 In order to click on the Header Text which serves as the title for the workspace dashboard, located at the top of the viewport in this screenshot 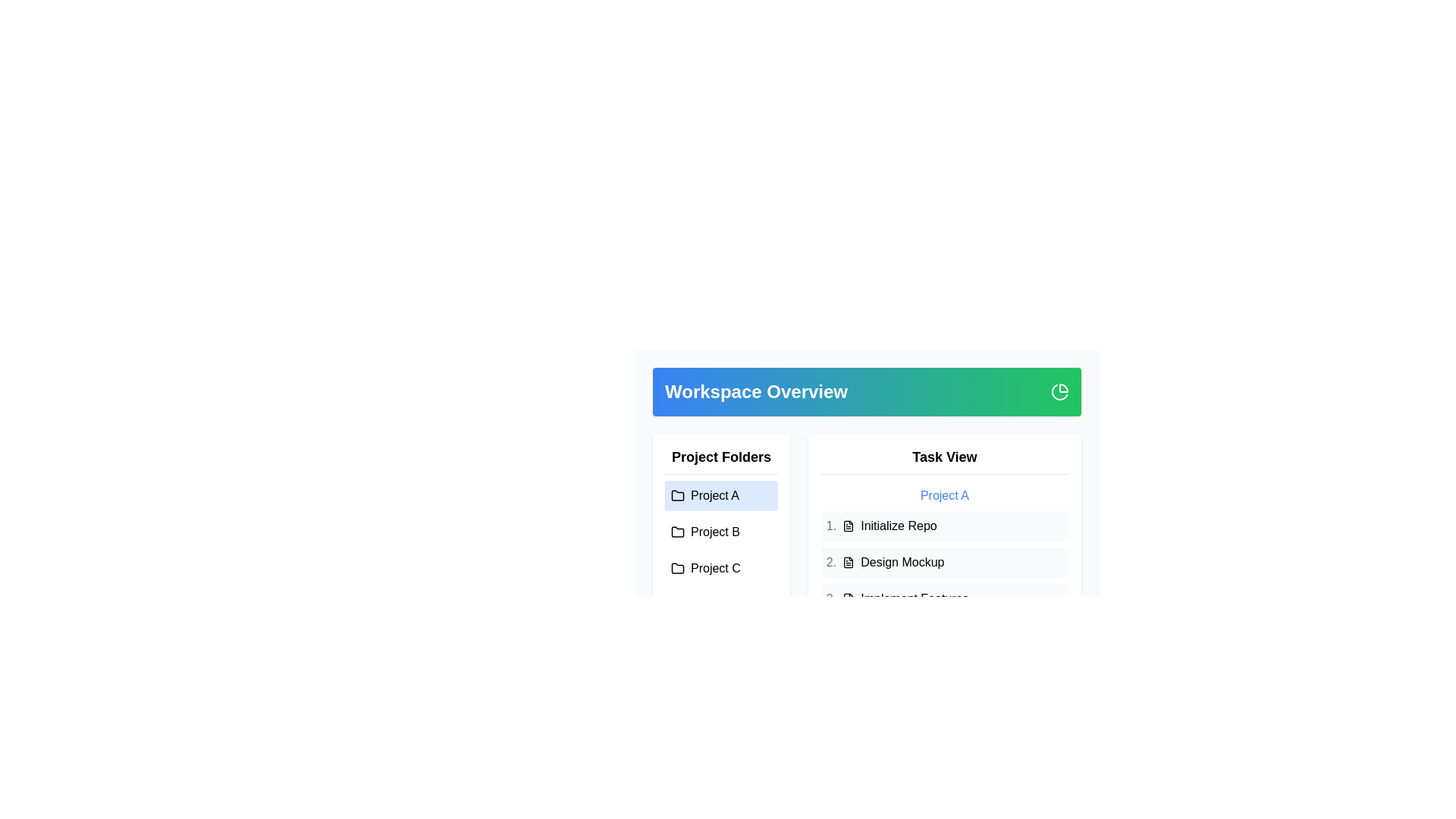, I will do `click(756, 391)`.